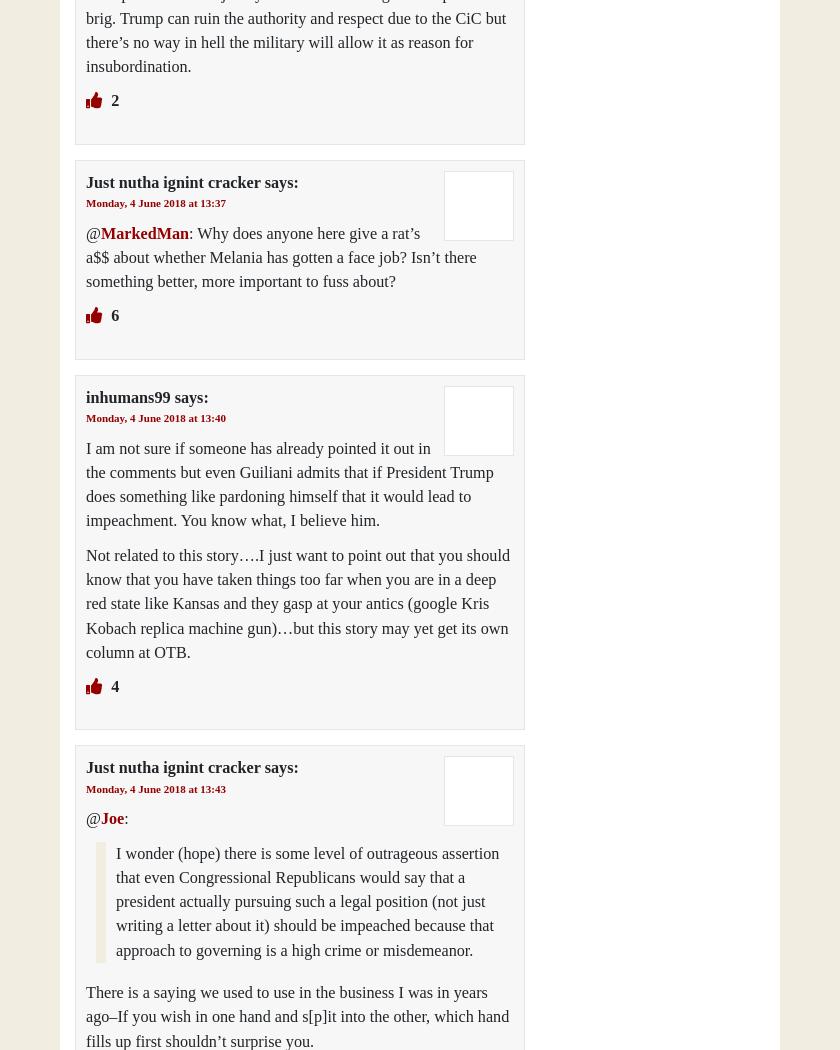  What do you see at coordinates (113, 687) in the screenshot?
I see `'4'` at bounding box center [113, 687].